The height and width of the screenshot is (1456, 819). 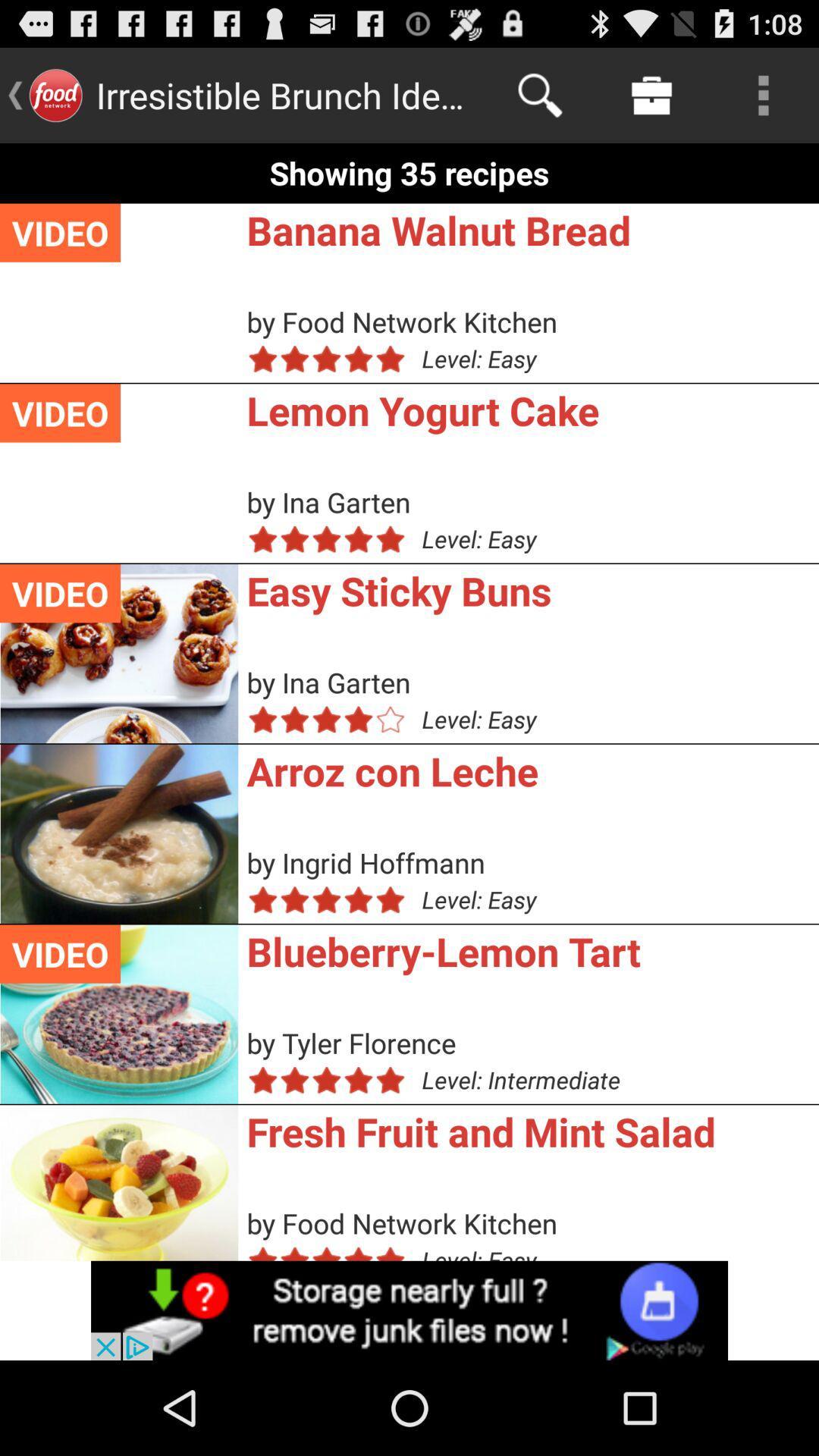 What do you see at coordinates (409, 1310) in the screenshot?
I see `advertisements button` at bounding box center [409, 1310].